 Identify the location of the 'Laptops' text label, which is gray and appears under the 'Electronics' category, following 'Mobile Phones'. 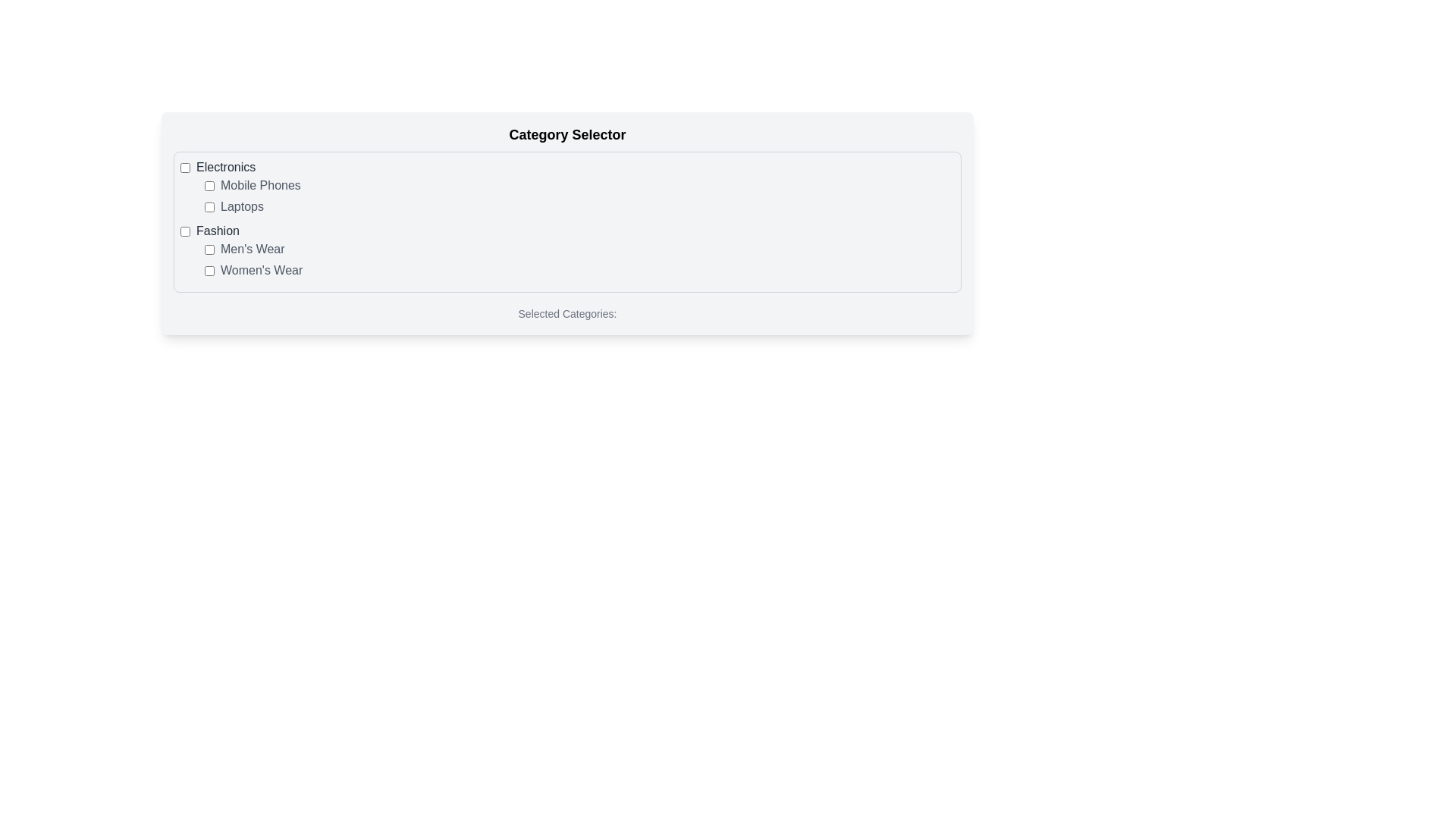
(241, 207).